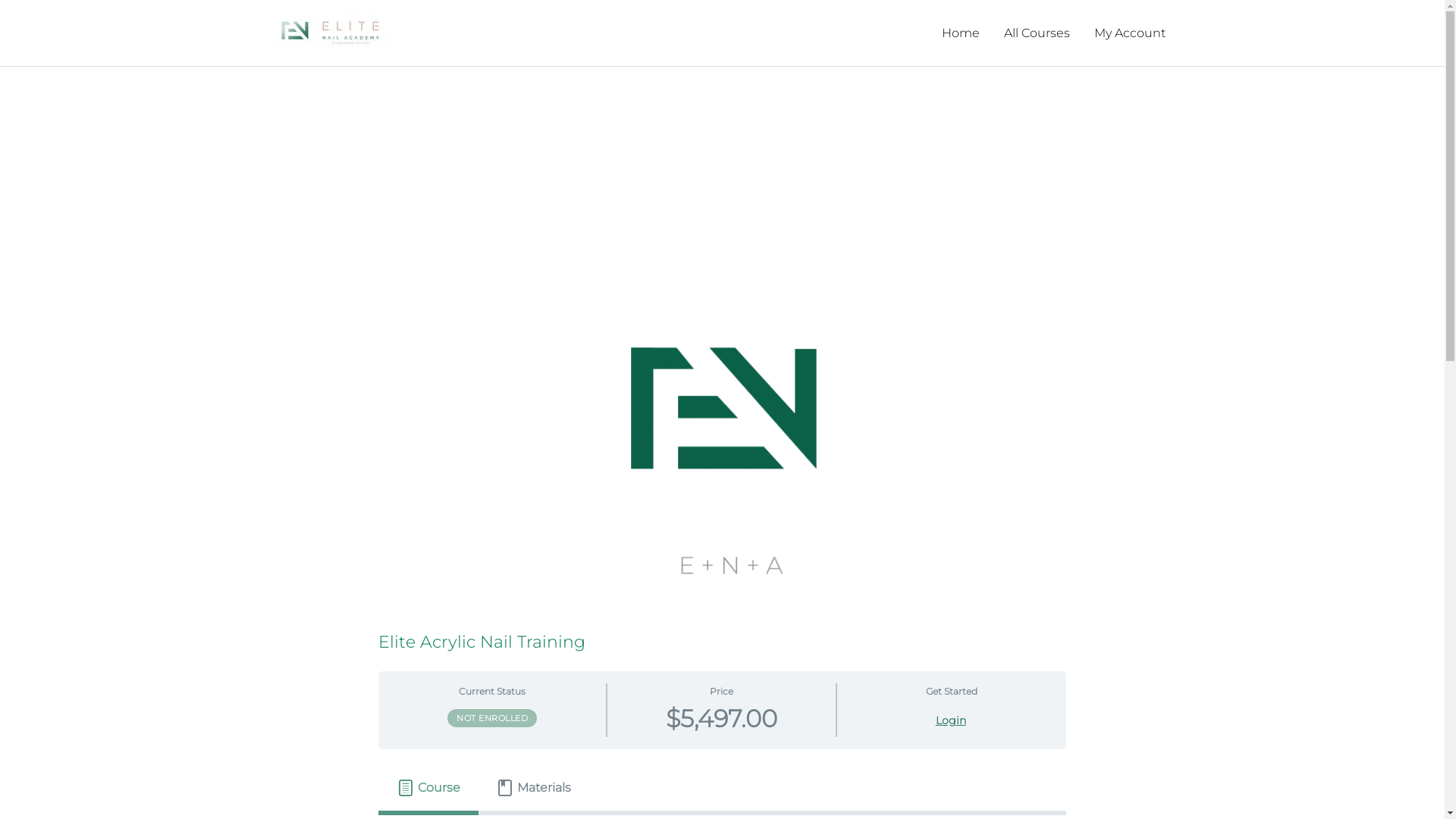 This screenshot has height=819, width=1456. What do you see at coordinates (1036, 33) in the screenshot?
I see `'All Courses'` at bounding box center [1036, 33].